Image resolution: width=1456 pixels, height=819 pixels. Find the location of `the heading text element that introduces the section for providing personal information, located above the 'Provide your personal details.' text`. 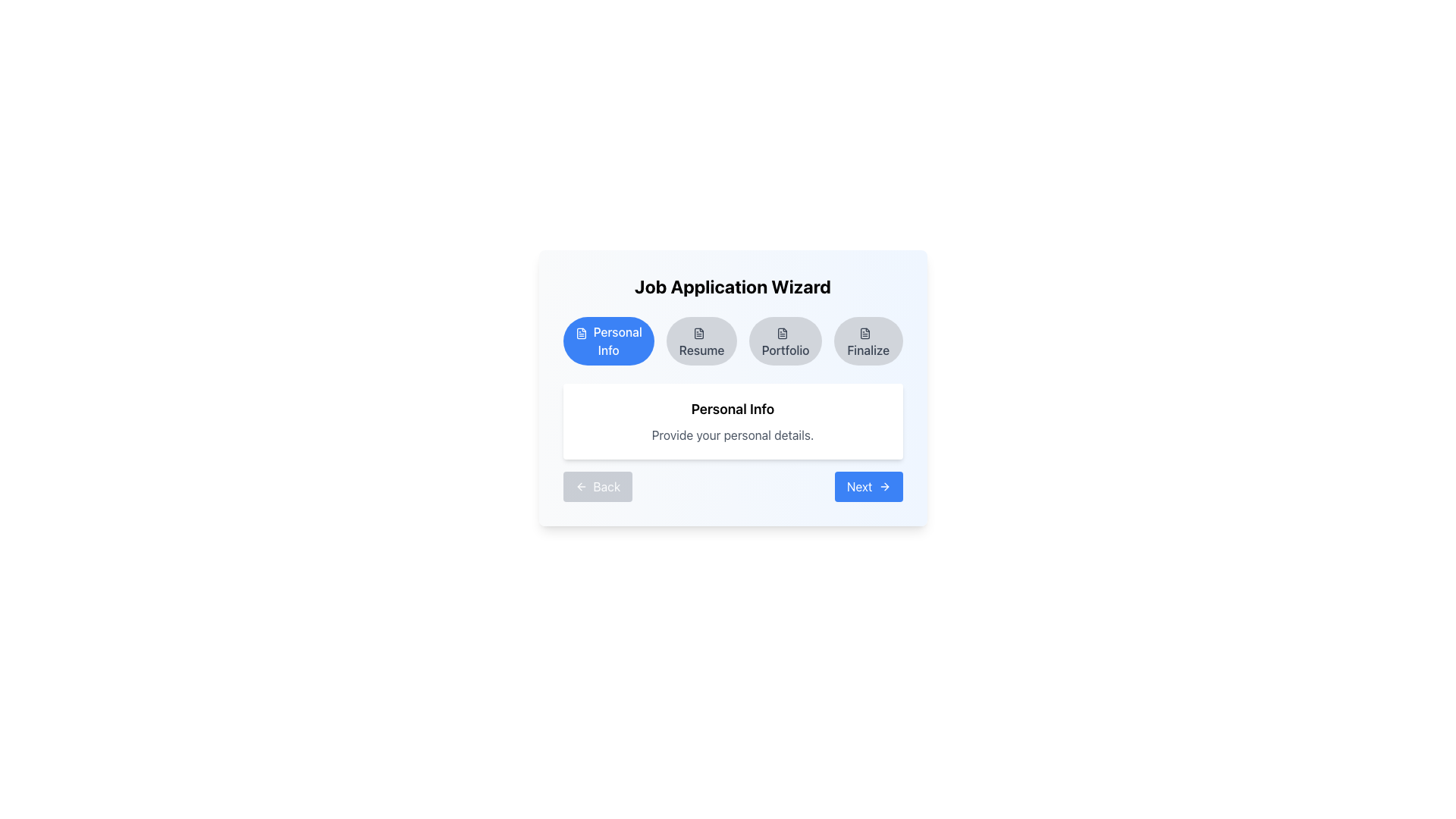

the heading text element that introduces the section for providing personal information, located above the 'Provide your personal details.' text is located at coordinates (733, 409).